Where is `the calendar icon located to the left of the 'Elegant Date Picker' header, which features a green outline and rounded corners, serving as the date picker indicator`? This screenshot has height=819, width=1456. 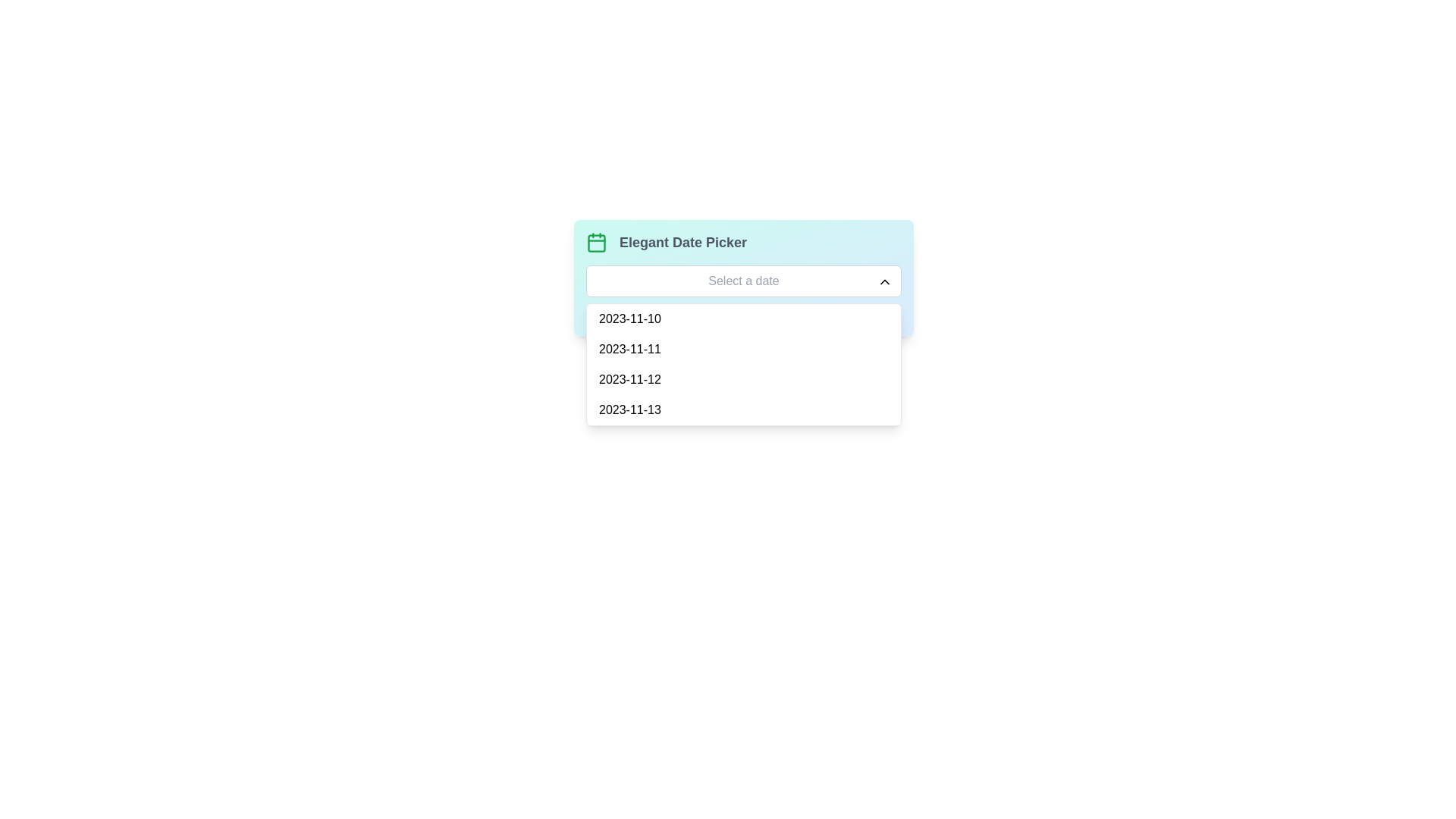 the calendar icon located to the left of the 'Elegant Date Picker' header, which features a green outline and rounded corners, serving as the date picker indicator is located at coordinates (596, 242).